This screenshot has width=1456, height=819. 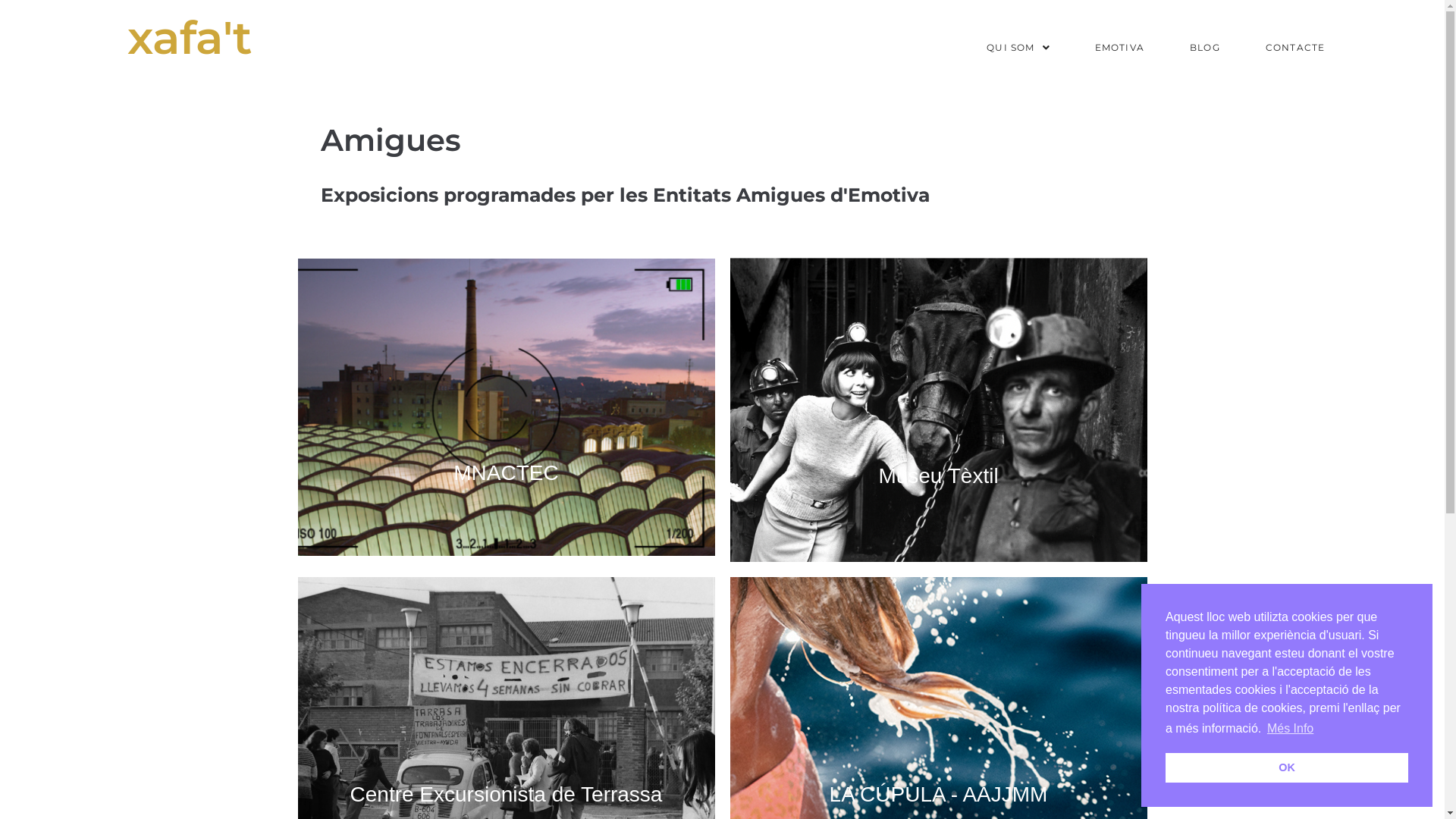 What do you see at coordinates (1286, 767) in the screenshot?
I see `'OK'` at bounding box center [1286, 767].